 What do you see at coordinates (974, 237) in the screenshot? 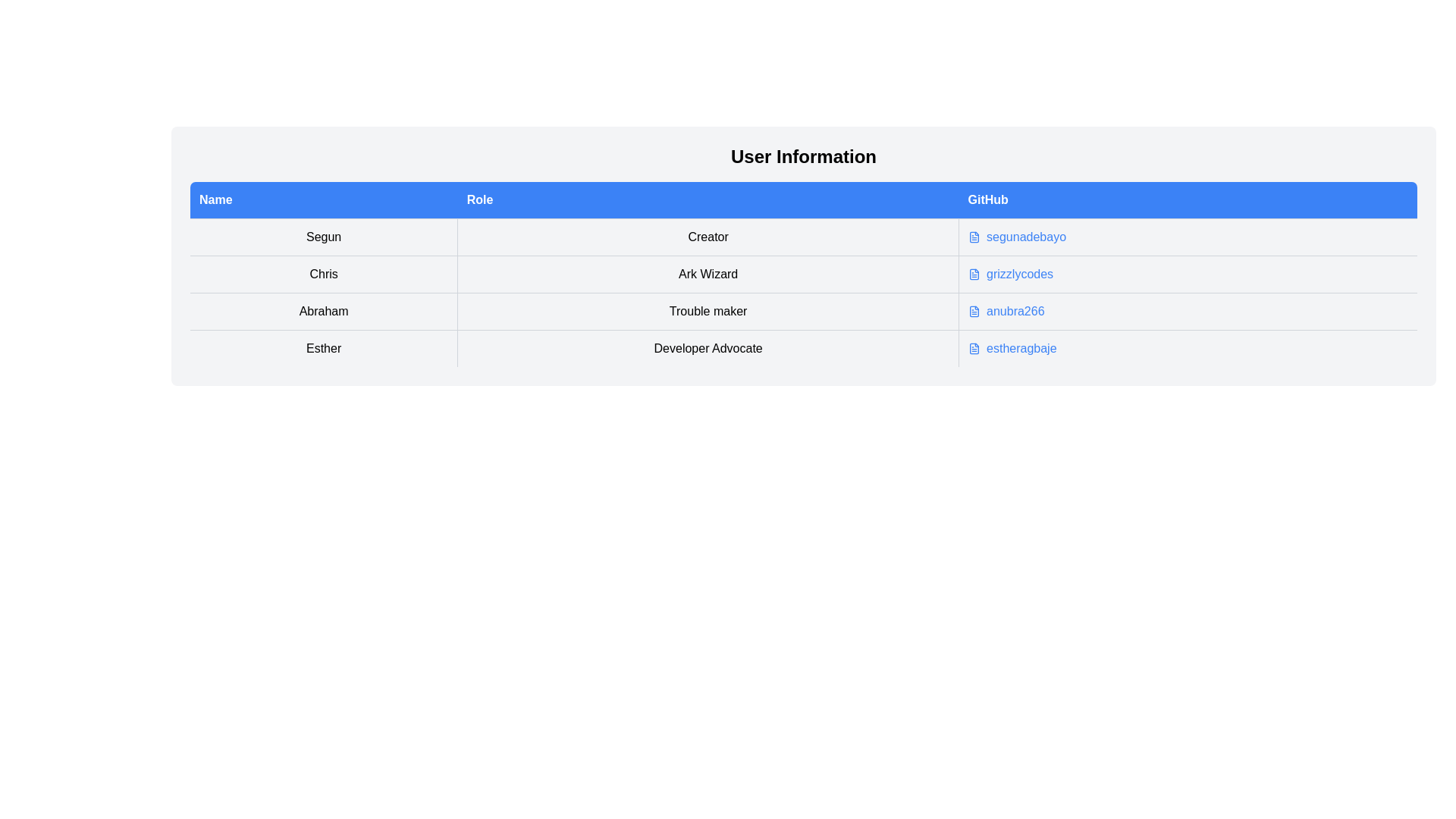
I see `the GitHub icon in the table next to the row labeled 'Sagun'` at bounding box center [974, 237].